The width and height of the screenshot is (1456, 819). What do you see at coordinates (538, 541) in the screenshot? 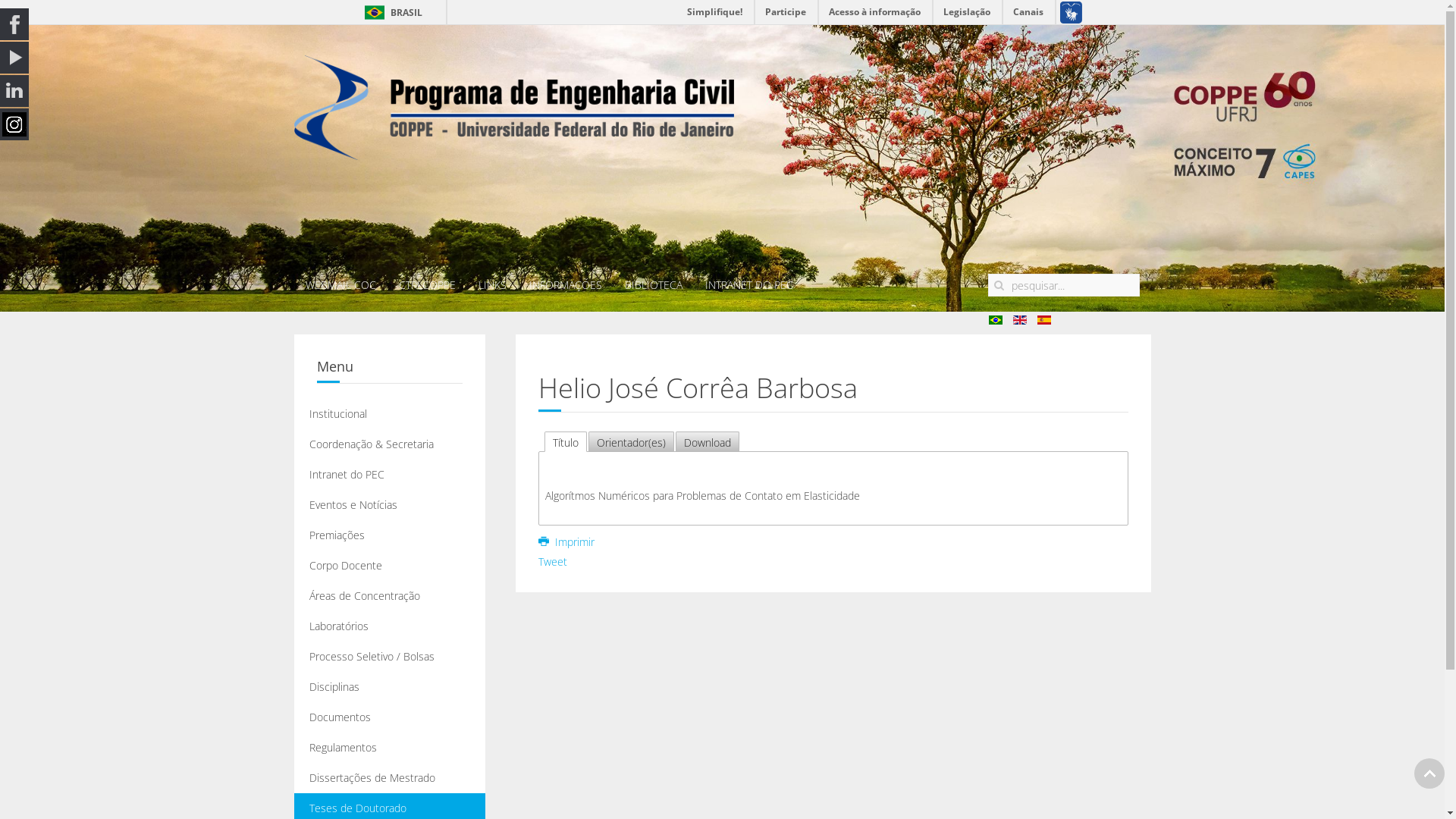
I see `'Imprimir'` at bounding box center [538, 541].